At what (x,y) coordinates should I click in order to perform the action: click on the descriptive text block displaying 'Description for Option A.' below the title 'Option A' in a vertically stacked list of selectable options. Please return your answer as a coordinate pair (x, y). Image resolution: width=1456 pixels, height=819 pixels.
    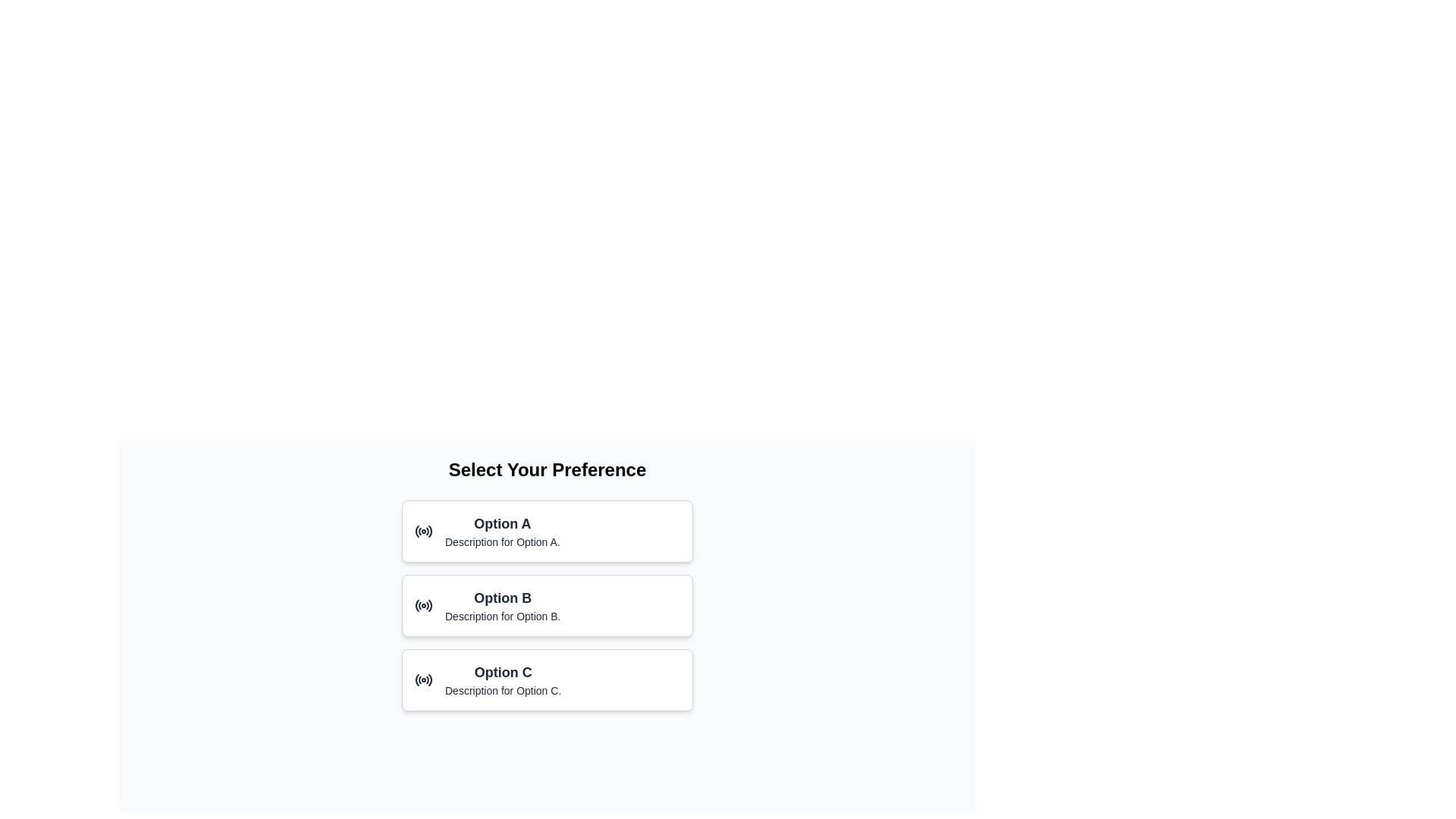
    Looking at the image, I should click on (502, 531).